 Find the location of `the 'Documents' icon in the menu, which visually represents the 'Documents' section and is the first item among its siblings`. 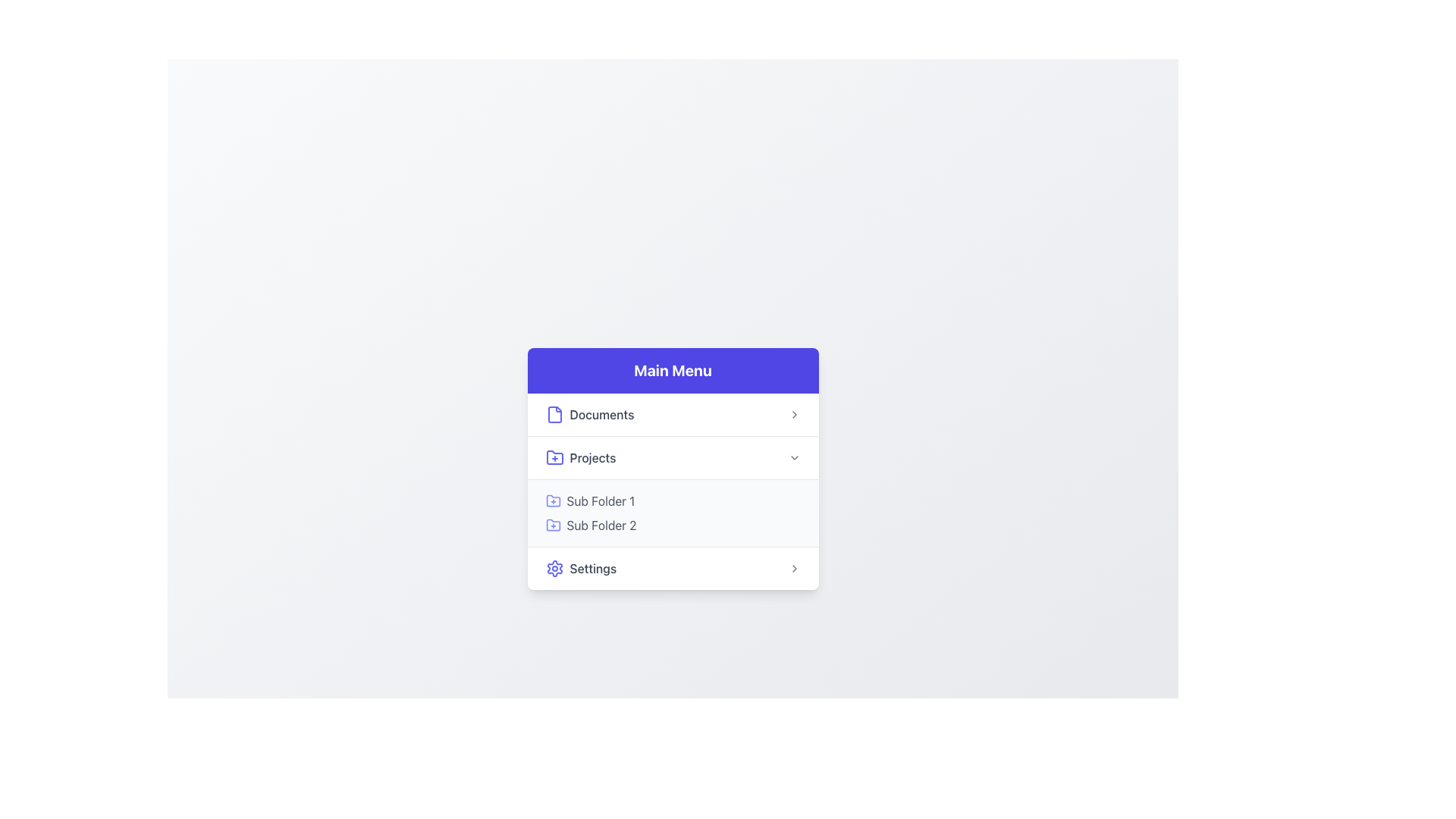

the 'Documents' icon in the menu, which visually represents the 'Documents' section and is the first item among its siblings is located at coordinates (554, 414).